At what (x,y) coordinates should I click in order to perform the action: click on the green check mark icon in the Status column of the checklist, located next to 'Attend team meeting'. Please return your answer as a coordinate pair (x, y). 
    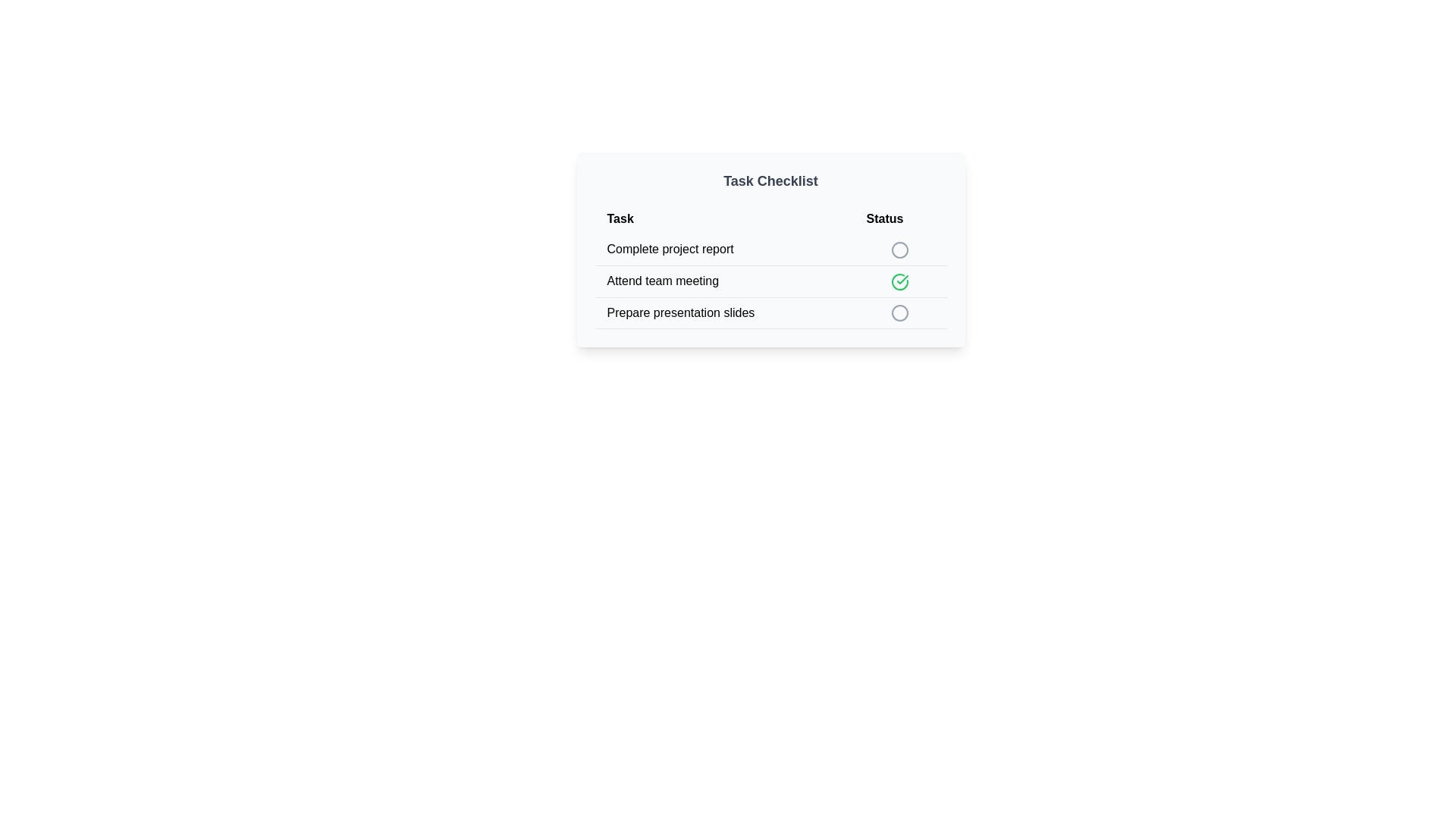
    Looking at the image, I should click on (900, 281).